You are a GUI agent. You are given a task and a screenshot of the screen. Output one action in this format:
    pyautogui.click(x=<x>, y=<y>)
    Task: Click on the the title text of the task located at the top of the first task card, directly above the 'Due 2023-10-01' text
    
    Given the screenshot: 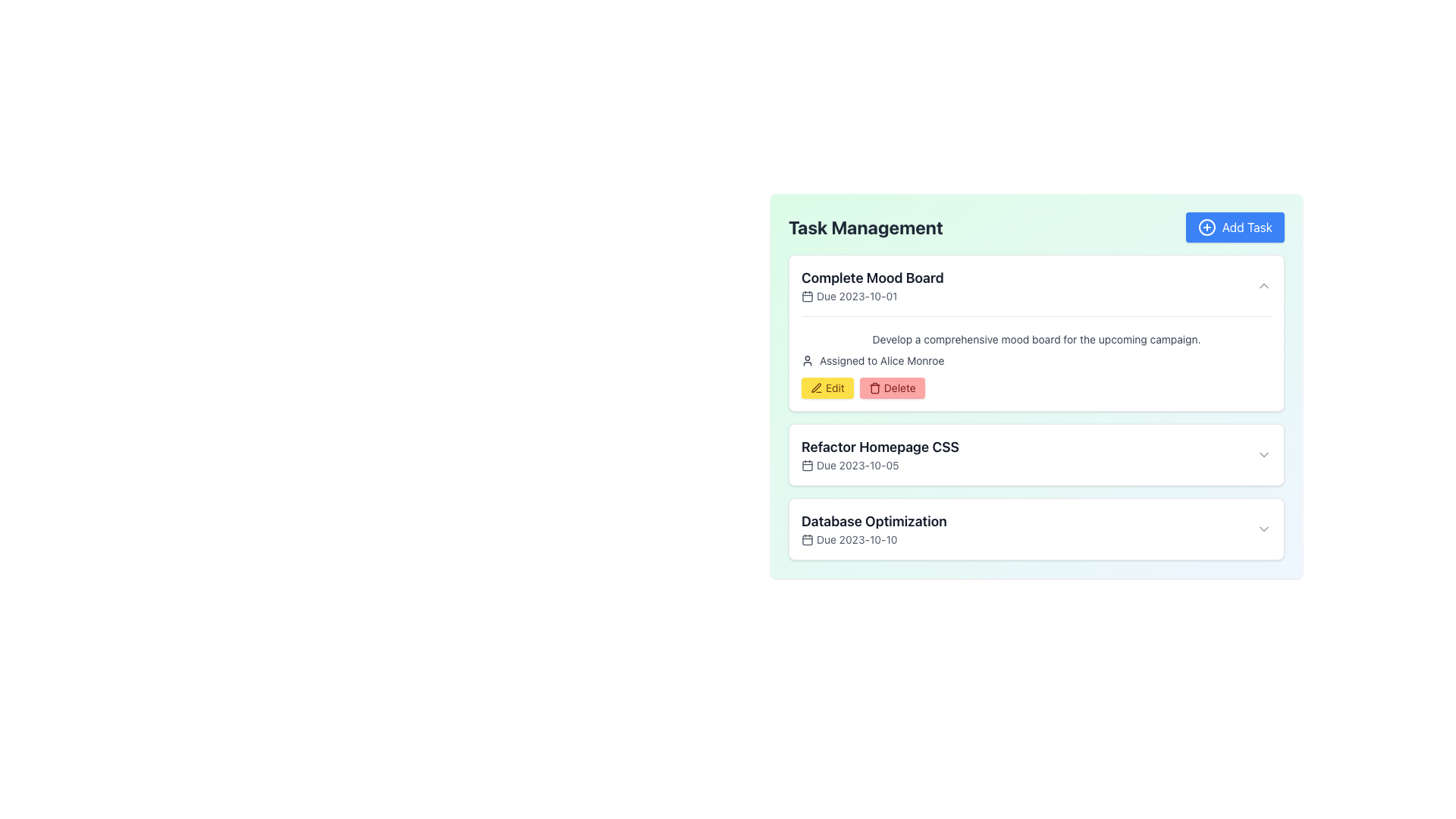 What is the action you would take?
    pyautogui.click(x=872, y=278)
    